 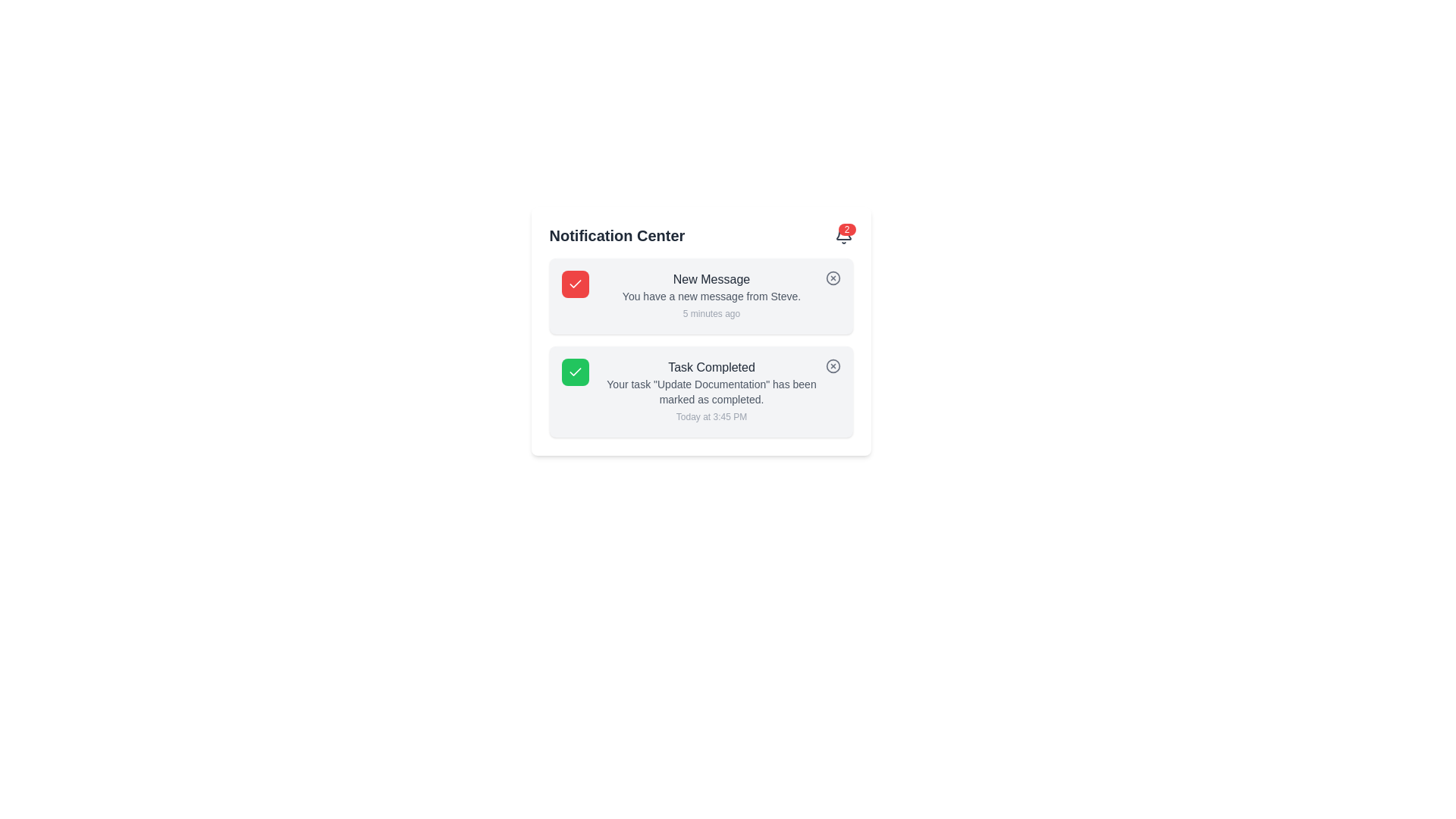 I want to click on the text message that reads, 'You have a new message from Steve.' in the notification item located in the top notification card of the Notification Center, so click(x=711, y=296).